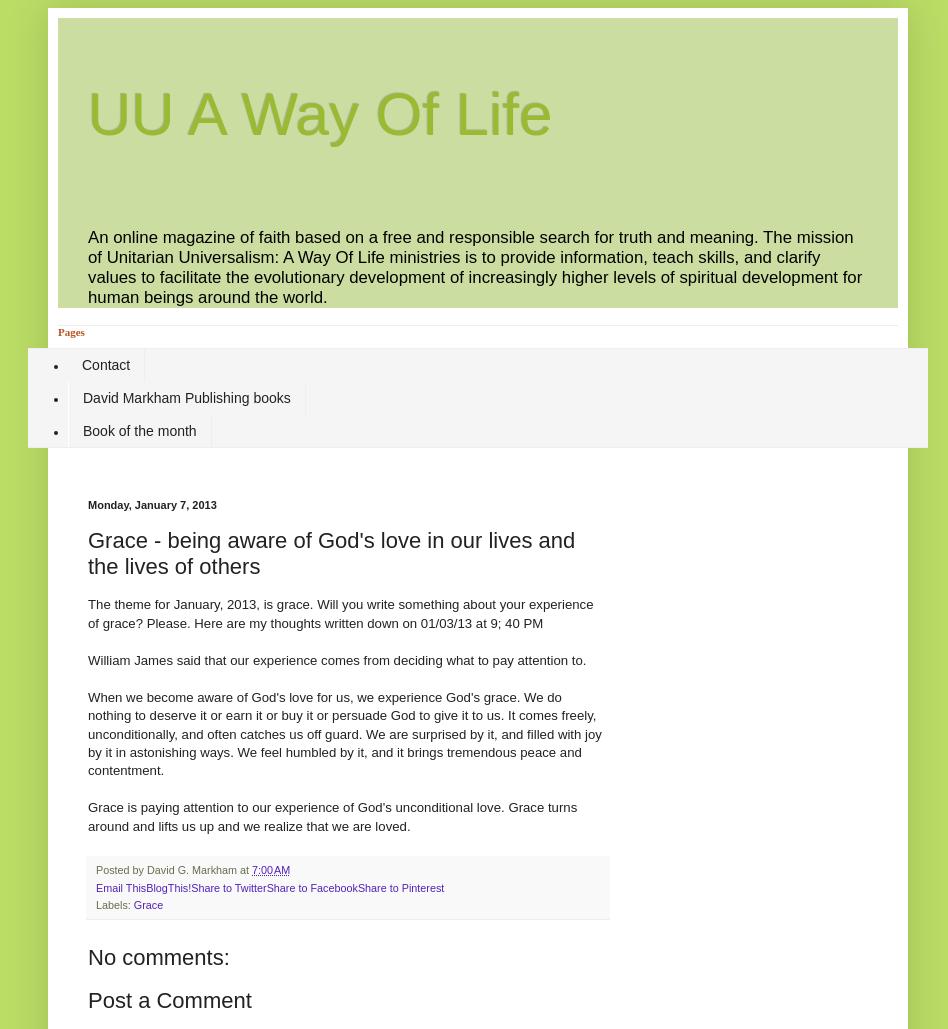 This screenshot has width=948, height=1029. What do you see at coordinates (157, 956) in the screenshot?
I see `'No comments:'` at bounding box center [157, 956].